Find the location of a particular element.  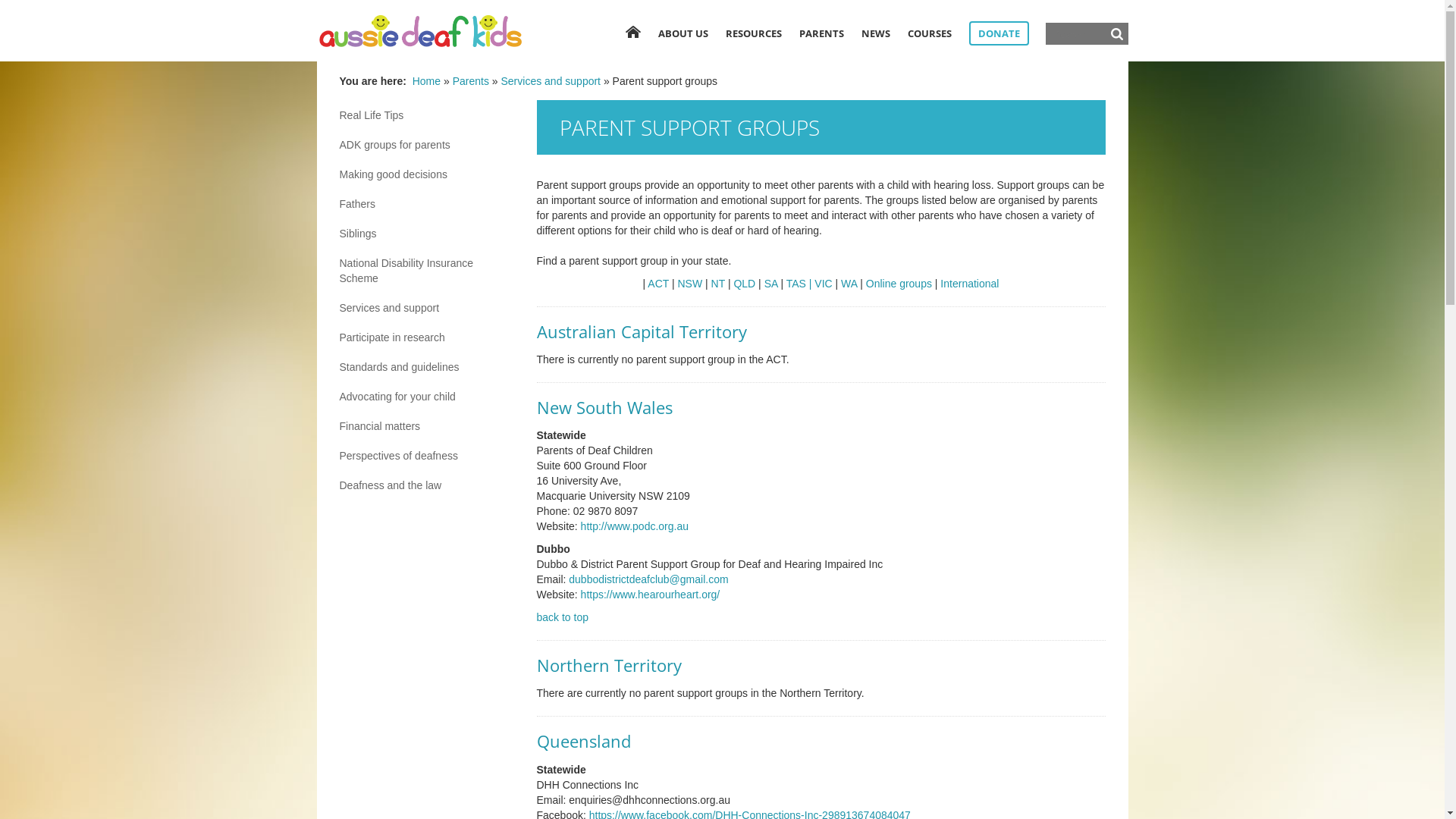

'dubbodistrictdeafclub@gmail.com' is located at coordinates (648, 579).